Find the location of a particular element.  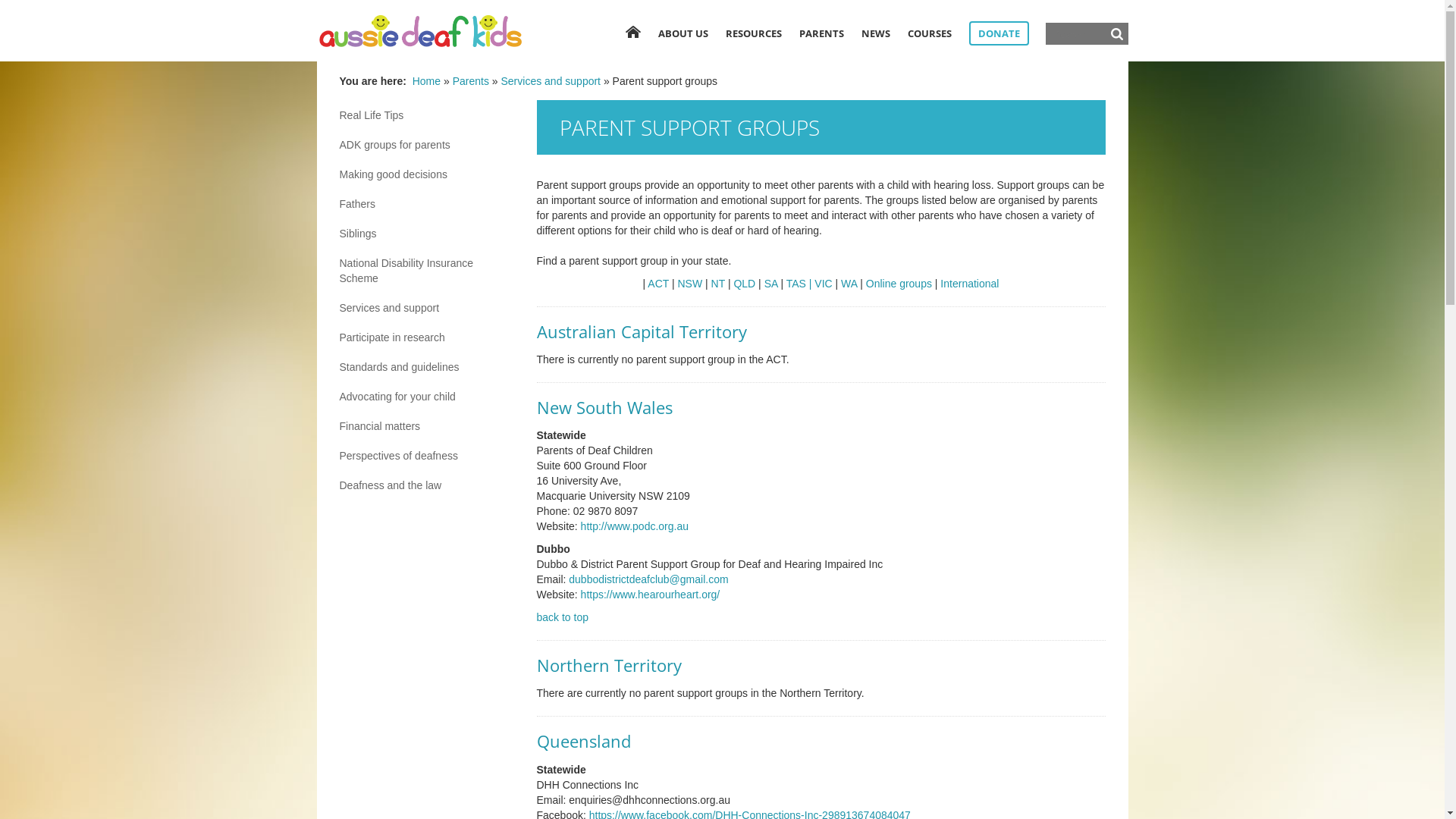

'dubbodistrictdeafclub@gmail.com' is located at coordinates (648, 579).